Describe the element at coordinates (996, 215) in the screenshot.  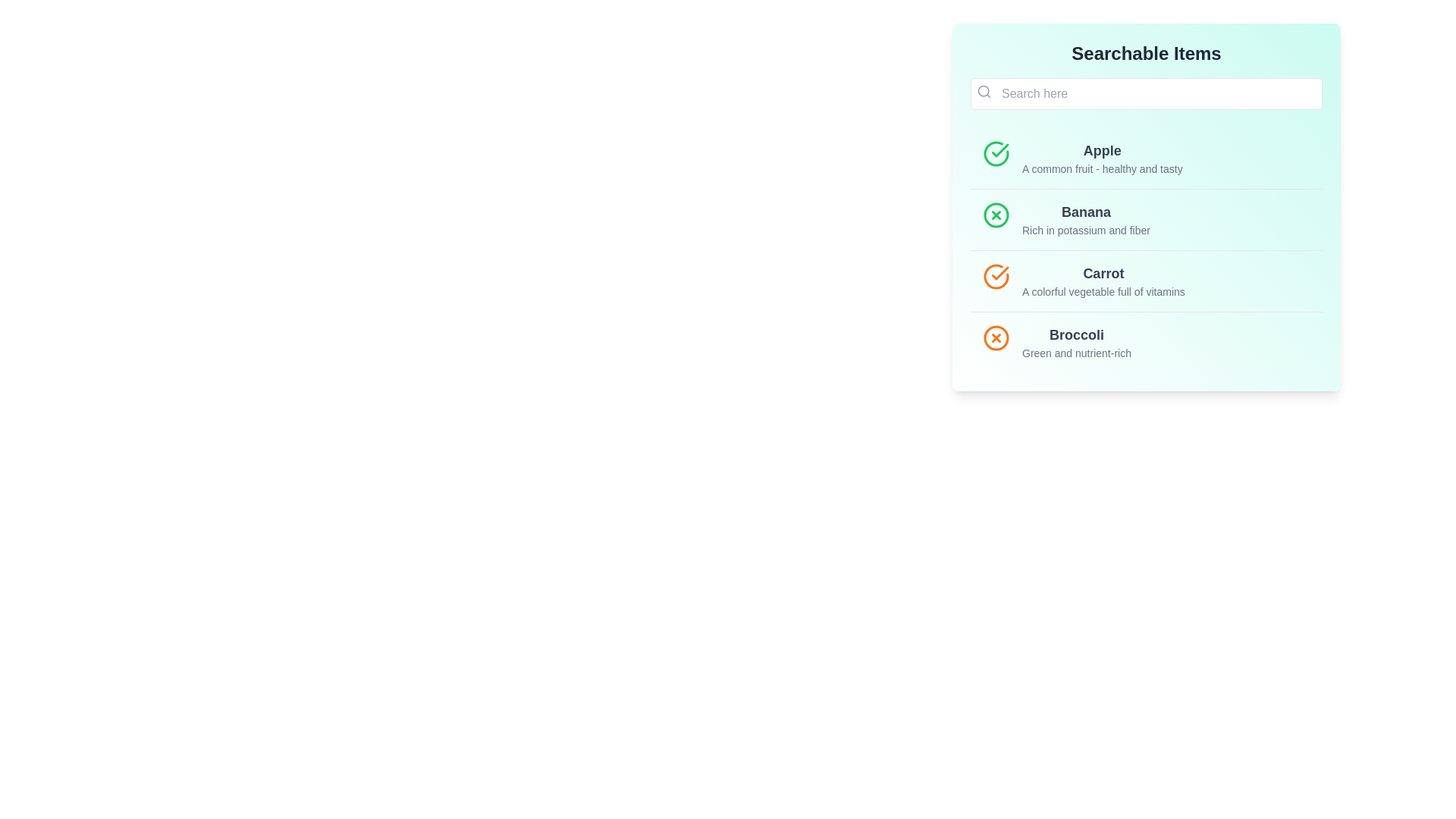
I see `the icon next to the Banana item` at that location.